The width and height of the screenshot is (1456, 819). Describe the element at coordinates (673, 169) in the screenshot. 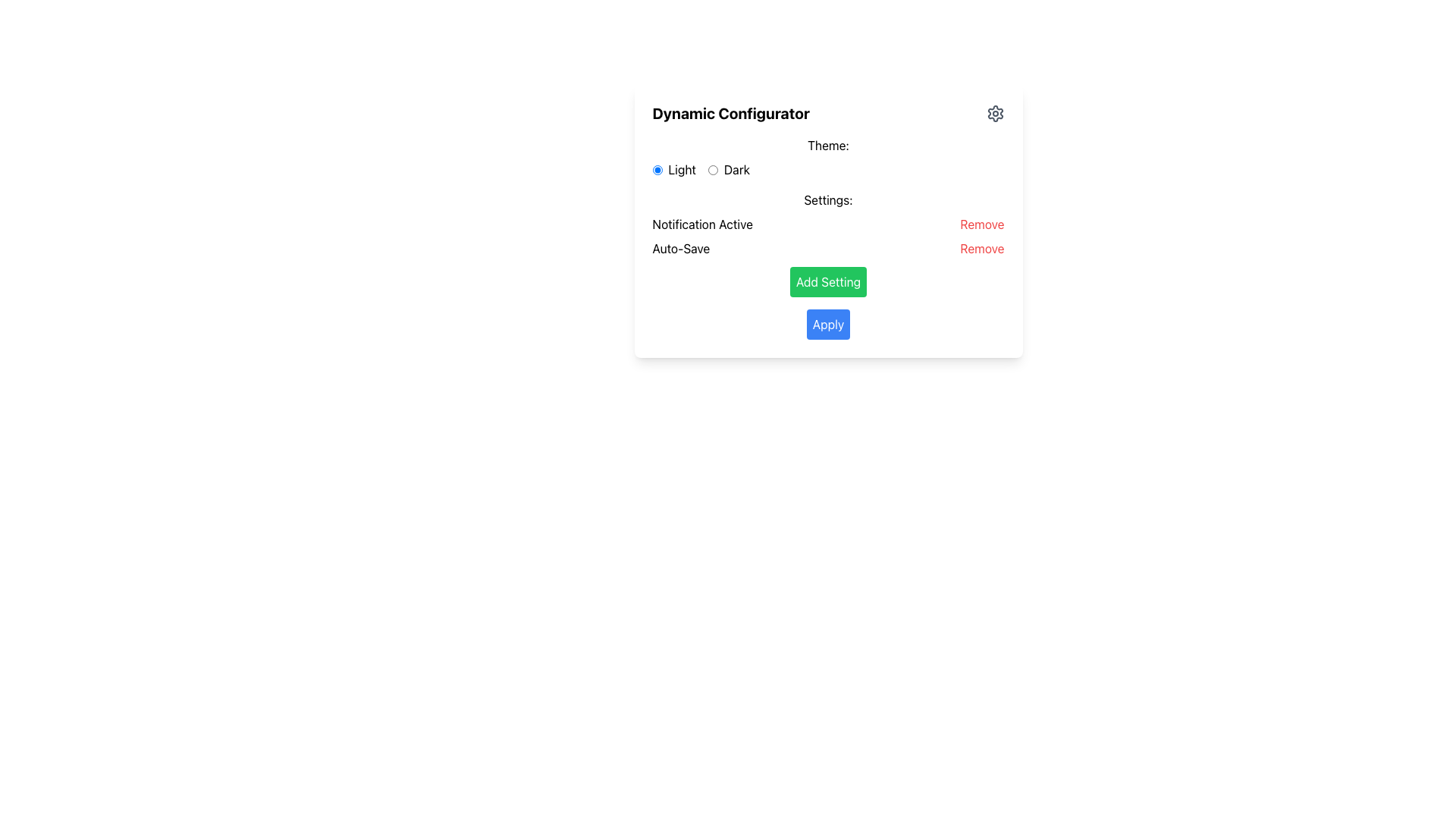

I see `the 'Light' radio button` at that location.